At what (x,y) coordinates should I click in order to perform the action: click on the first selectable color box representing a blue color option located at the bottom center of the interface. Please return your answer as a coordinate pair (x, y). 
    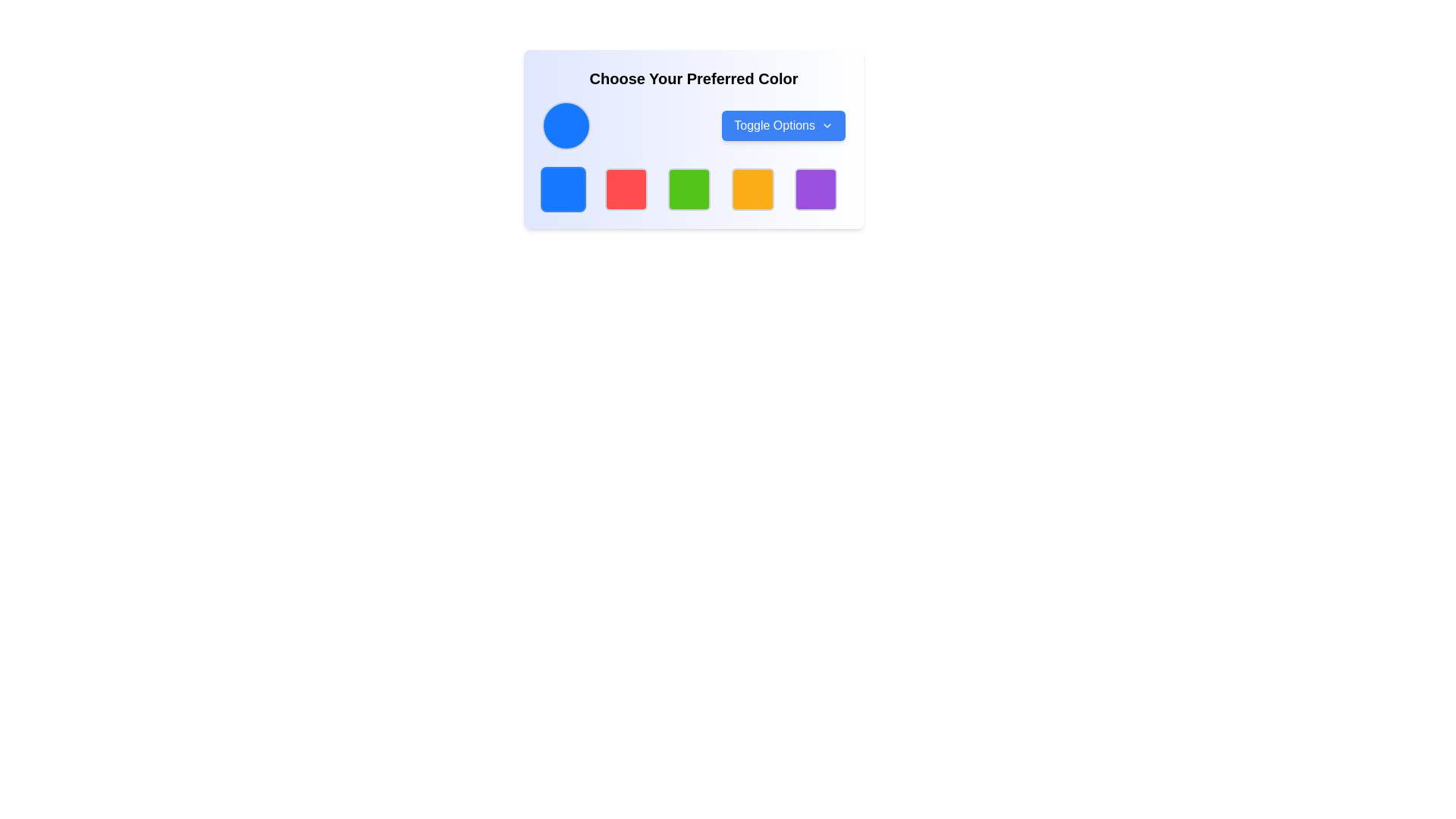
    Looking at the image, I should click on (563, 189).